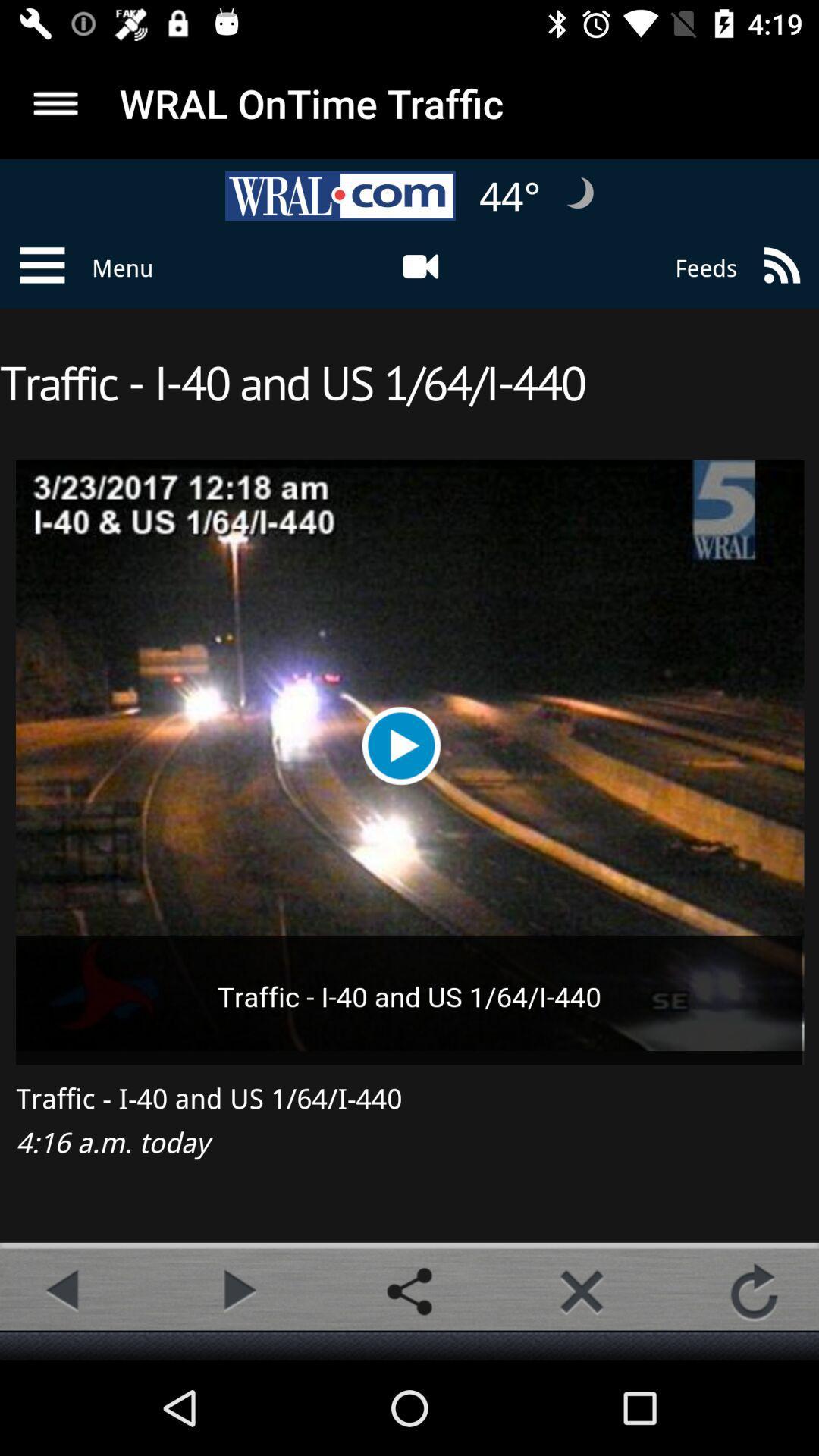  Describe the element at coordinates (64, 1291) in the screenshot. I see `the arrow_backward icon` at that location.